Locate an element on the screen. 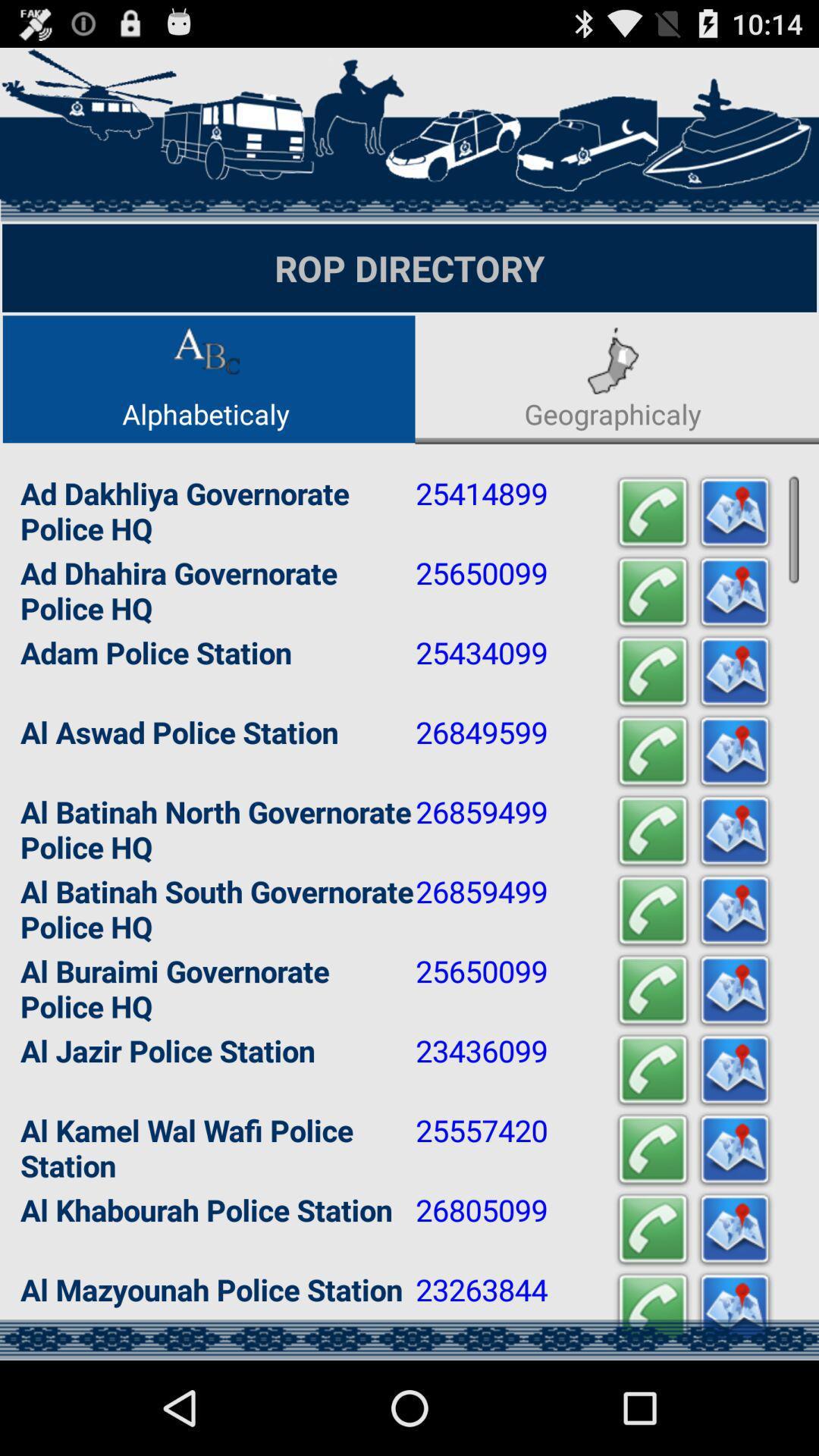 This screenshot has height=1456, width=819. the call icon is located at coordinates (651, 1059).